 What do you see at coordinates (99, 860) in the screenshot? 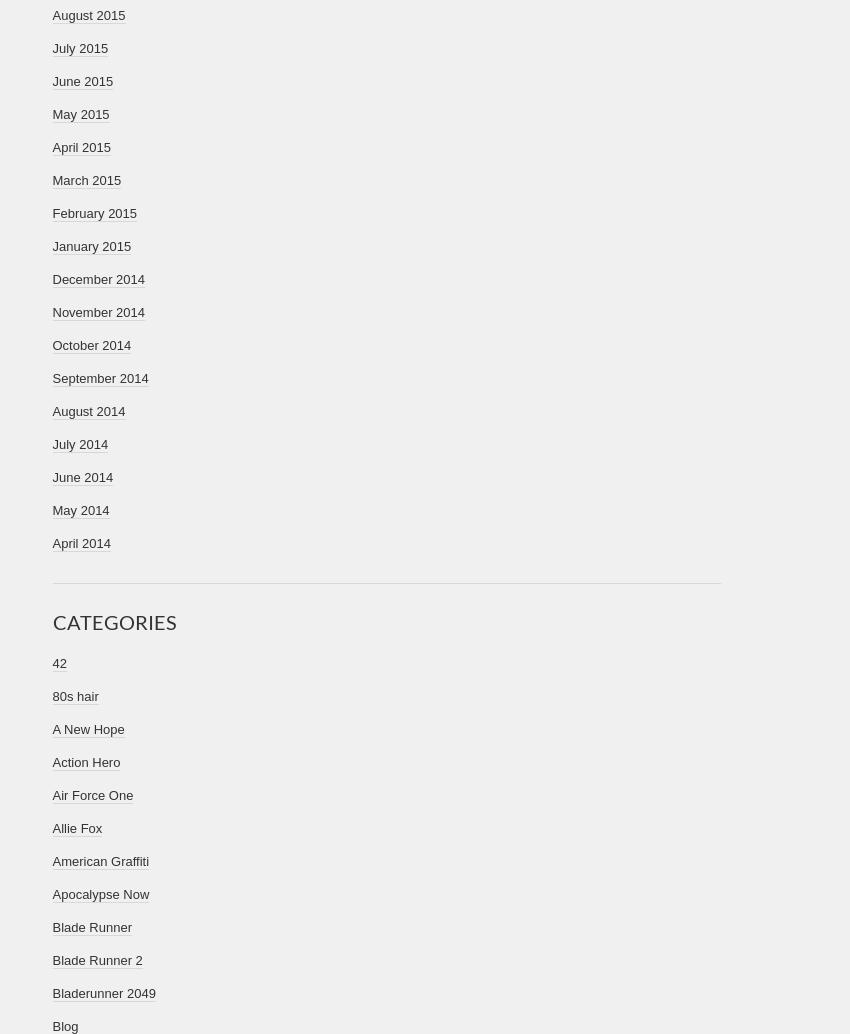
I see `'American Graffiti'` at bounding box center [99, 860].